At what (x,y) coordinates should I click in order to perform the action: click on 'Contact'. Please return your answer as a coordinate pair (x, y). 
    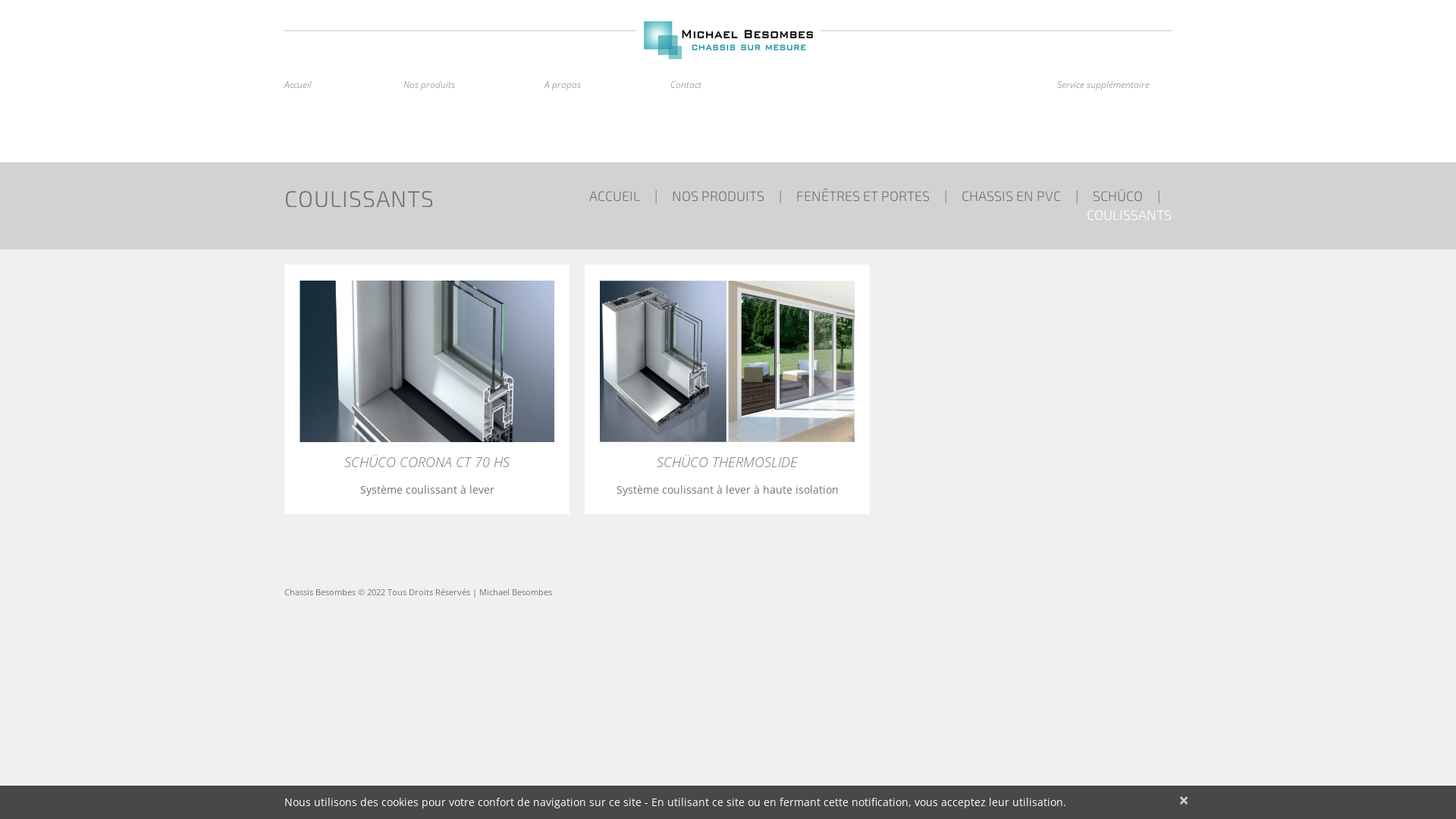
    Looking at the image, I should click on (685, 84).